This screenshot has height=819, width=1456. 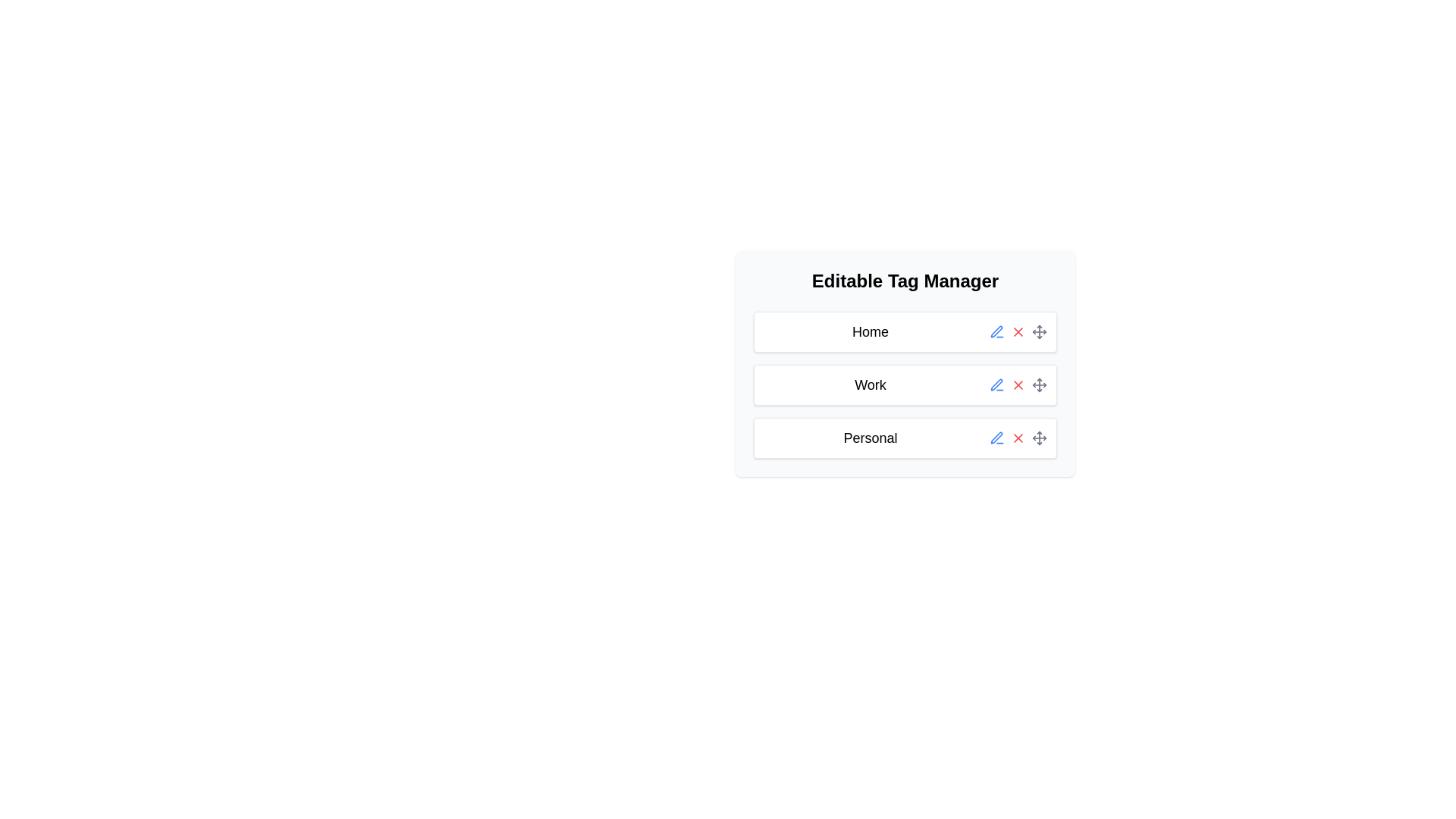 I want to click on the red 'X' button in the 'Editable Tag Manager' section, located in the row with the 'Home' label, so click(x=1018, y=331).